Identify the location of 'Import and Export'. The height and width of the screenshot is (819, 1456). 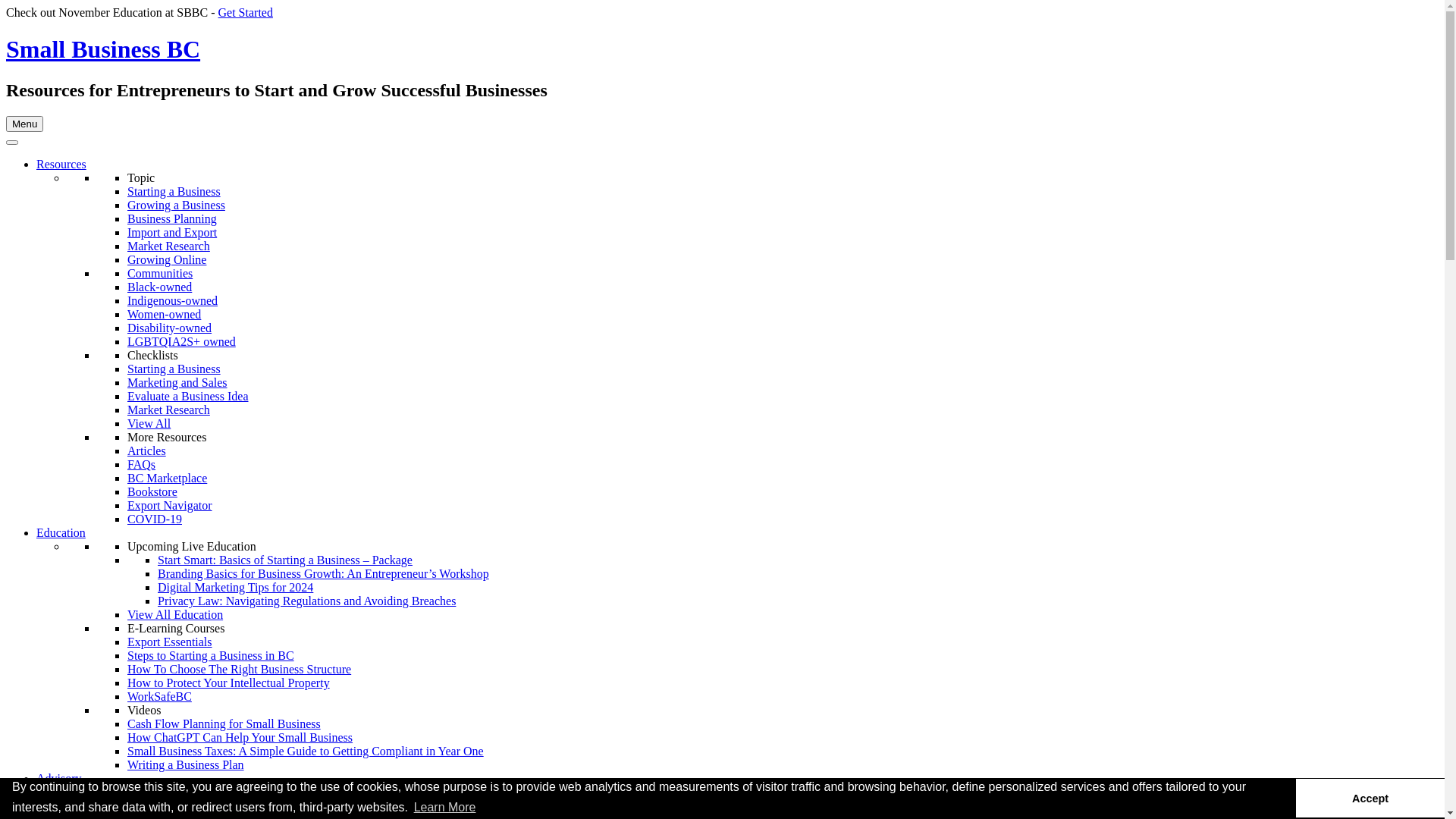
(171, 232).